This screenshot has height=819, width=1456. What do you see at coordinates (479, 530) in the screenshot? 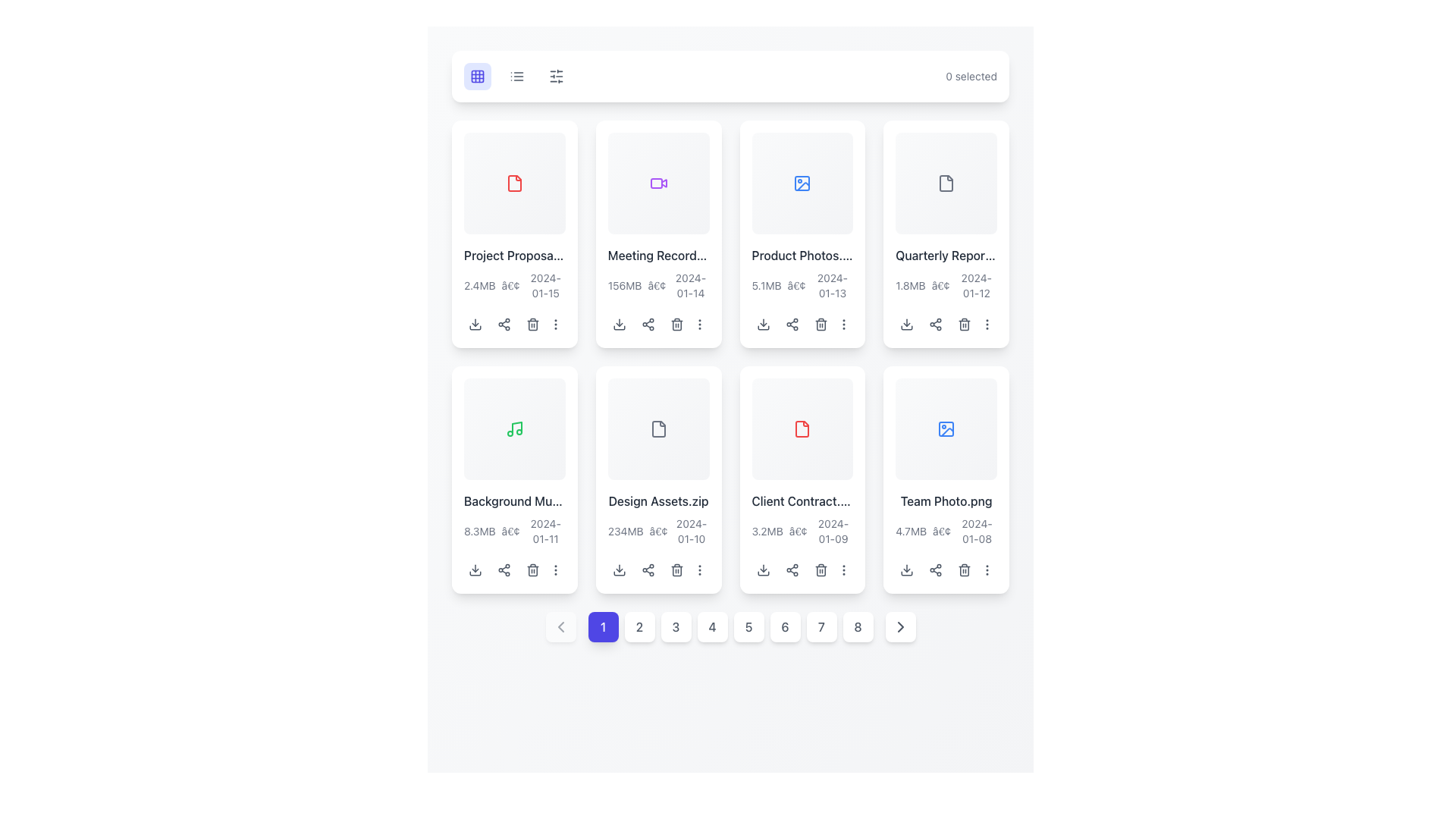
I see `the text label that displays the size information of the file labelled 'Background Music', which is located in the second row of the grid layout` at bounding box center [479, 530].